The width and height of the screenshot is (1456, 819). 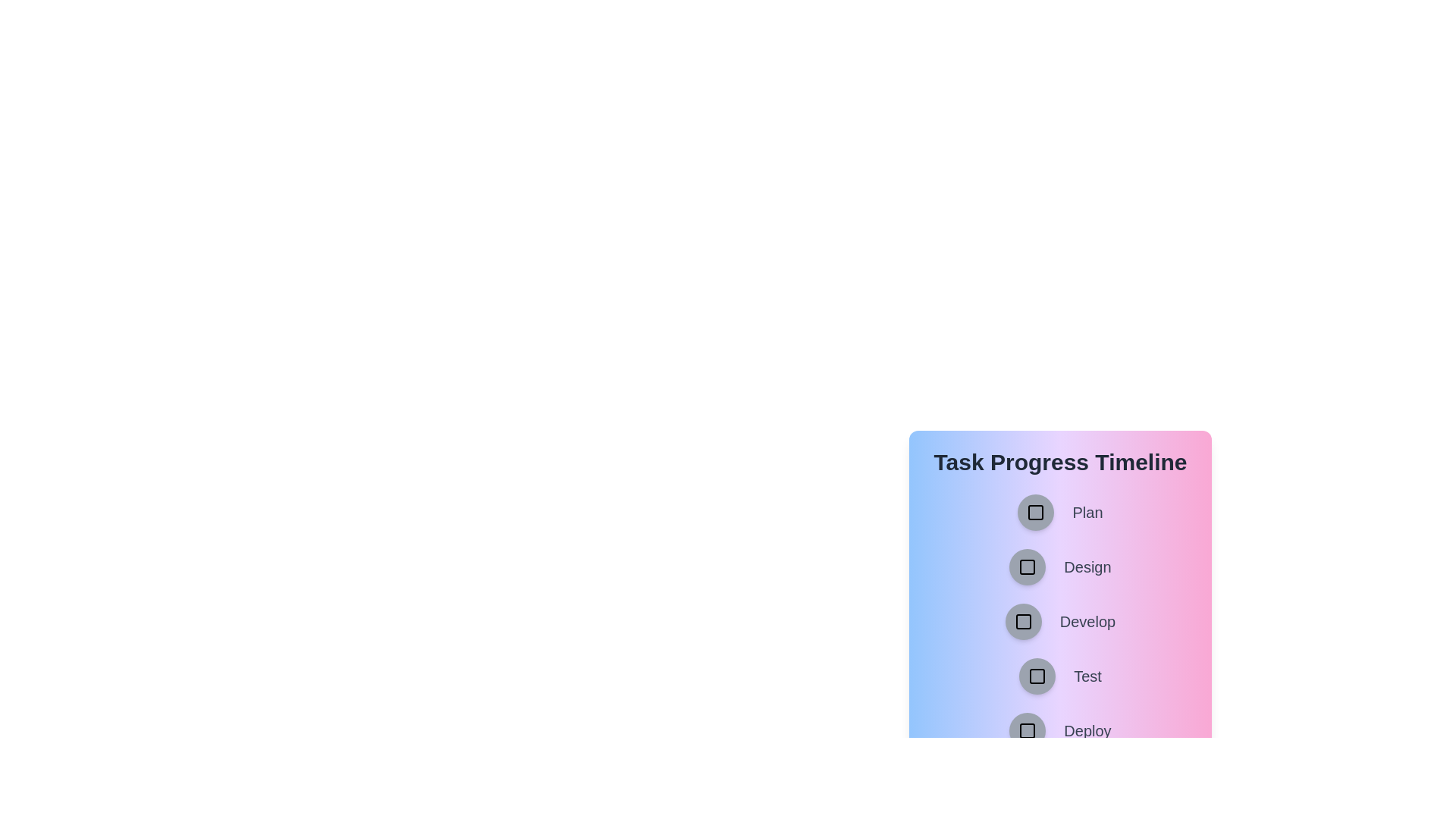 I want to click on the task name associated with the button labeled Plan, so click(x=1087, y=512).